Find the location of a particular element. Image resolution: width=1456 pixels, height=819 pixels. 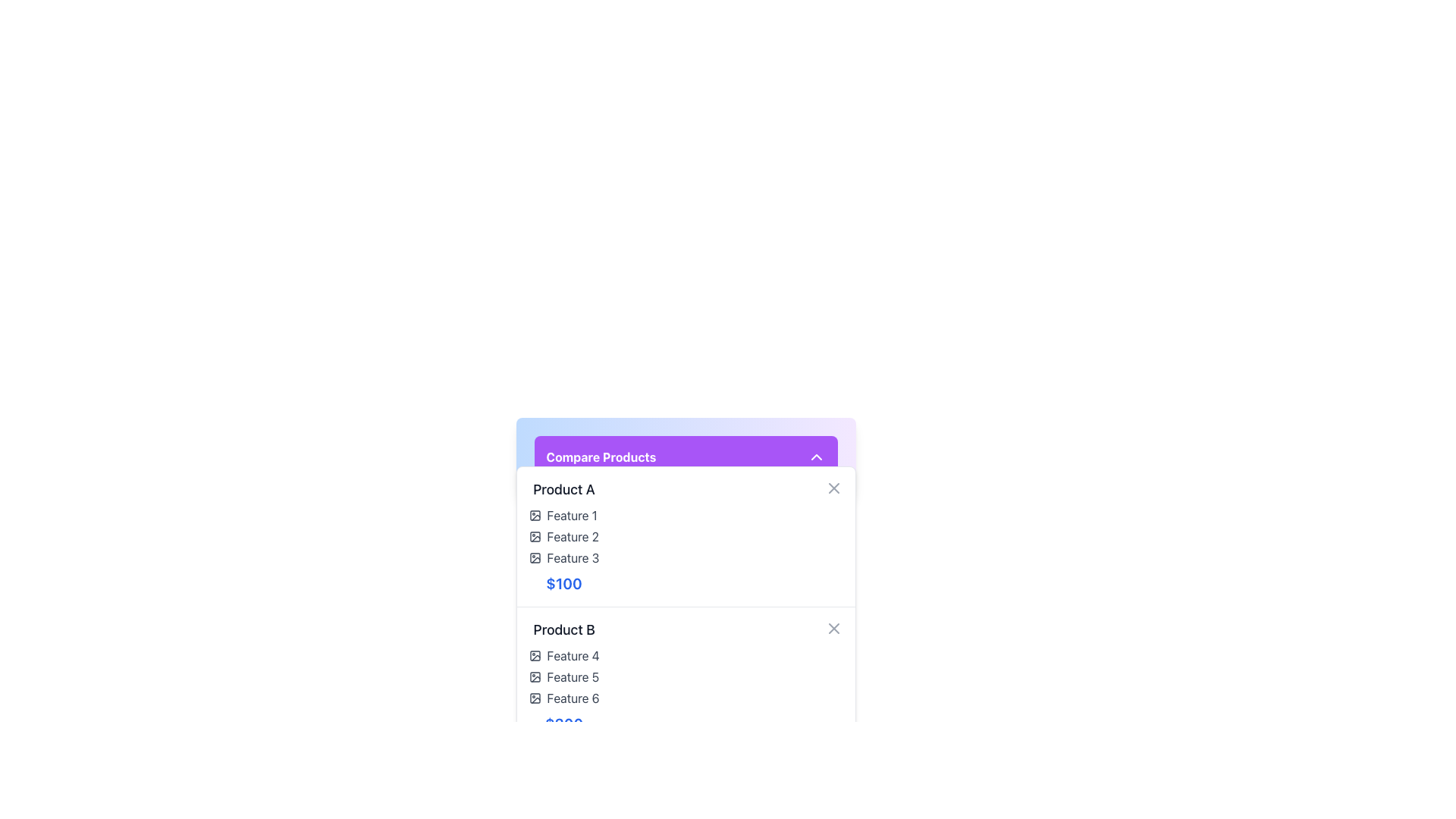

the top-left SVG rectangle graphical element within the 'Feature 3' section of the UI list is located at coordinates (535, 558).